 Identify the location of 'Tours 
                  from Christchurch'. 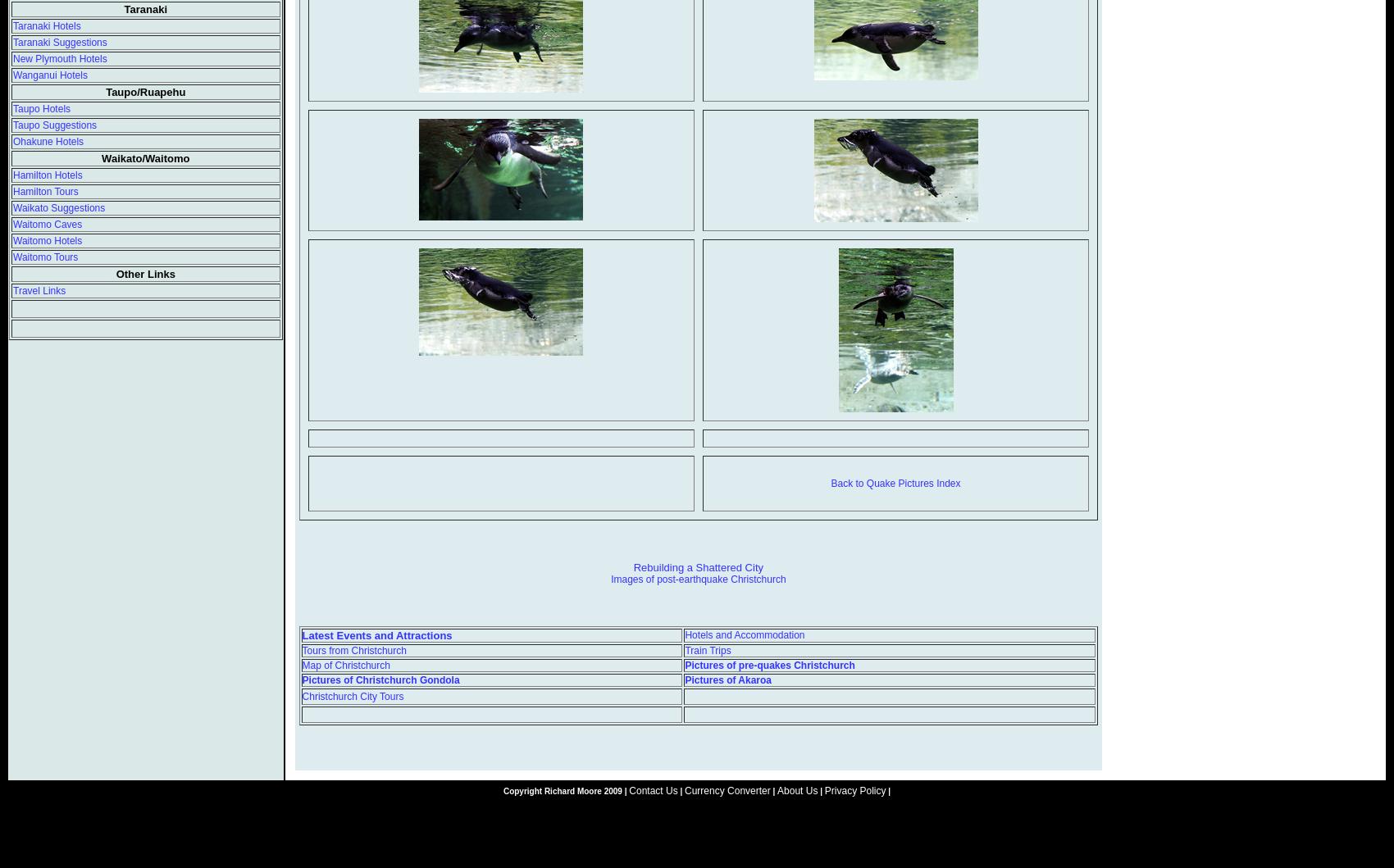
(353, 648).